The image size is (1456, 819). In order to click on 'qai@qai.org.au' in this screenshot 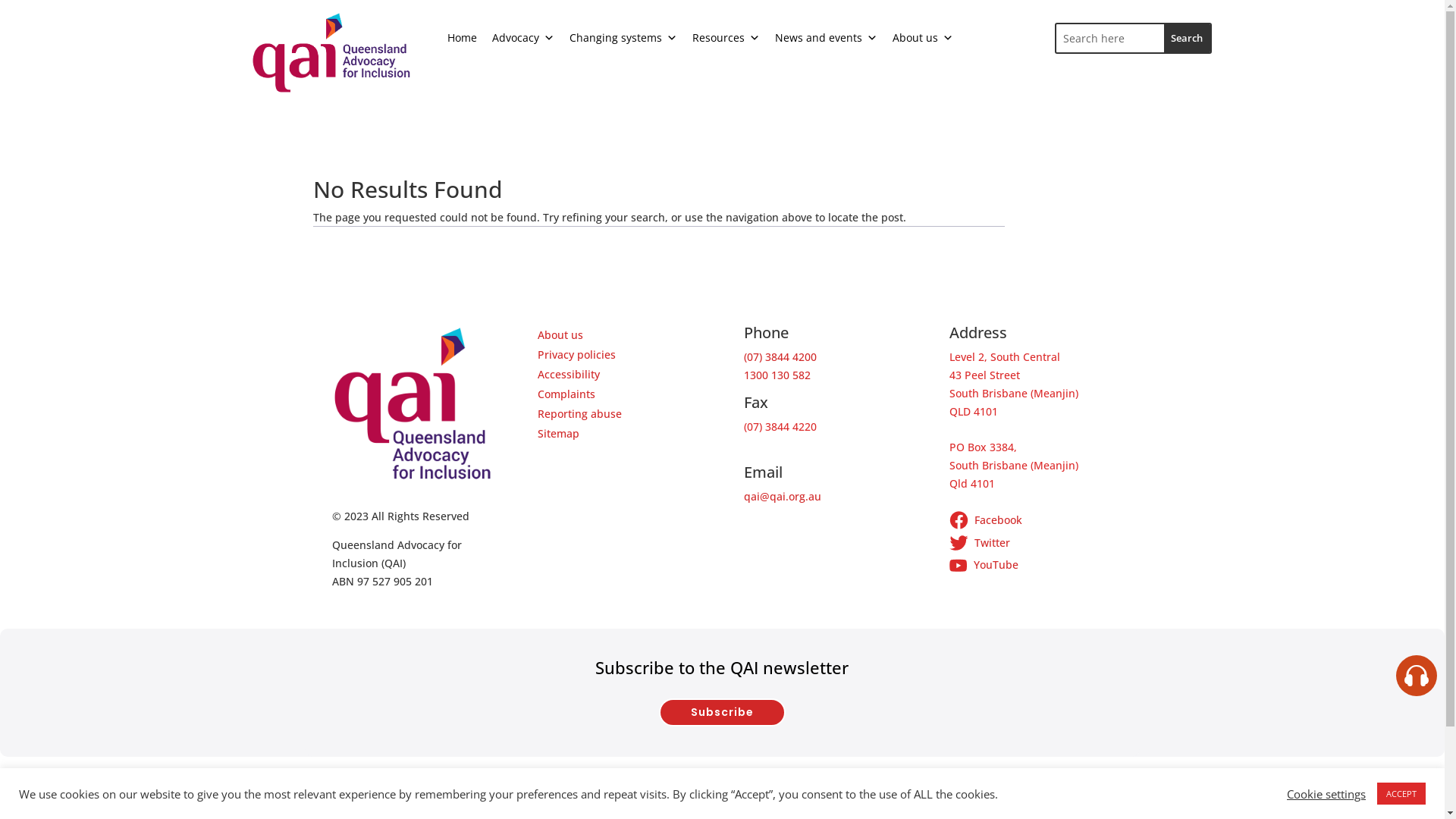, I will do `click(783, 496)`.